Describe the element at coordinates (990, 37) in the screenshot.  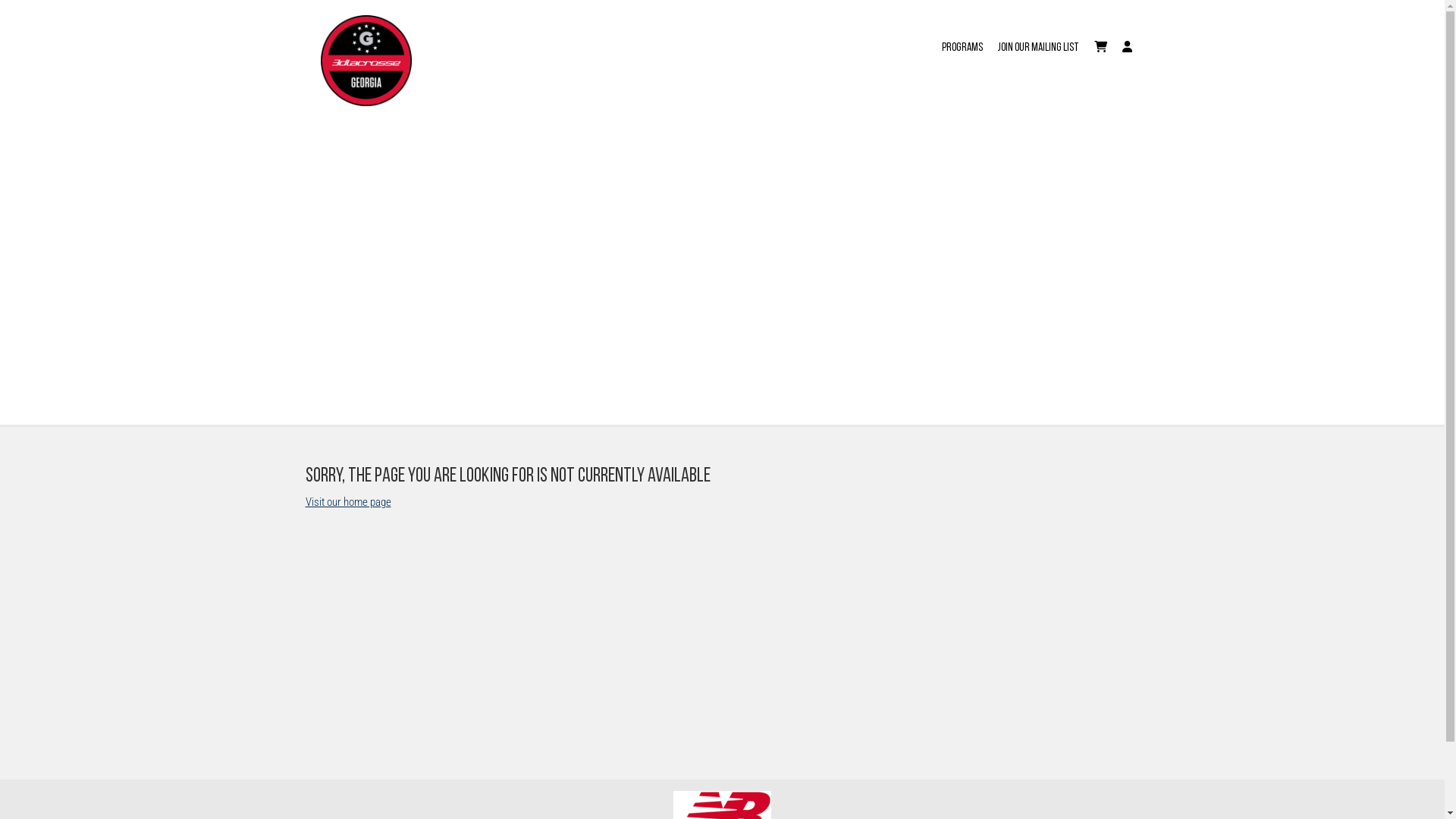
I see `'JOIN OUR MAILING LIST'` at that location.